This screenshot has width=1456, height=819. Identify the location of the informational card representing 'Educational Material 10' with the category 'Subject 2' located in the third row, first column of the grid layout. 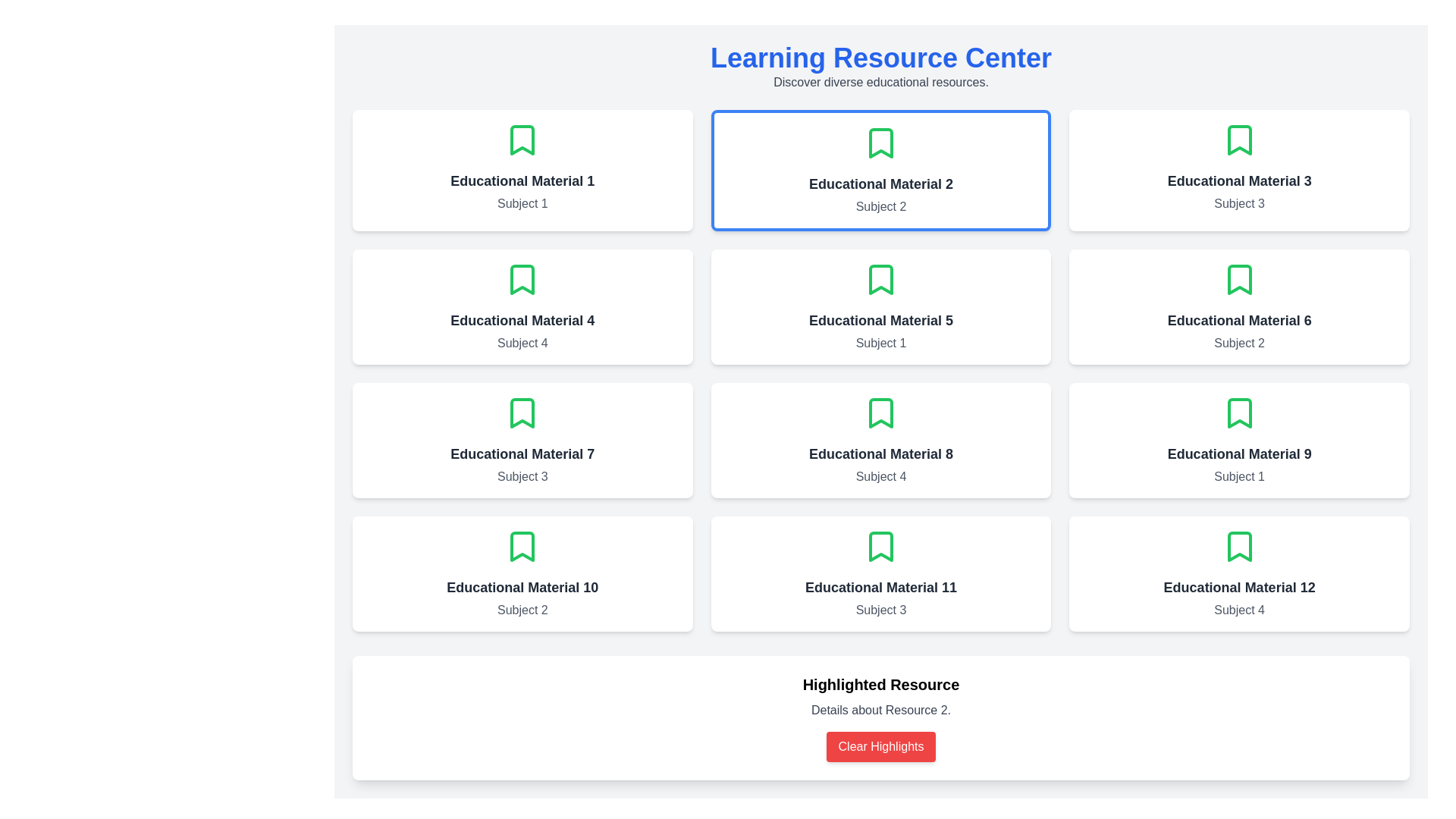
(522, 573).